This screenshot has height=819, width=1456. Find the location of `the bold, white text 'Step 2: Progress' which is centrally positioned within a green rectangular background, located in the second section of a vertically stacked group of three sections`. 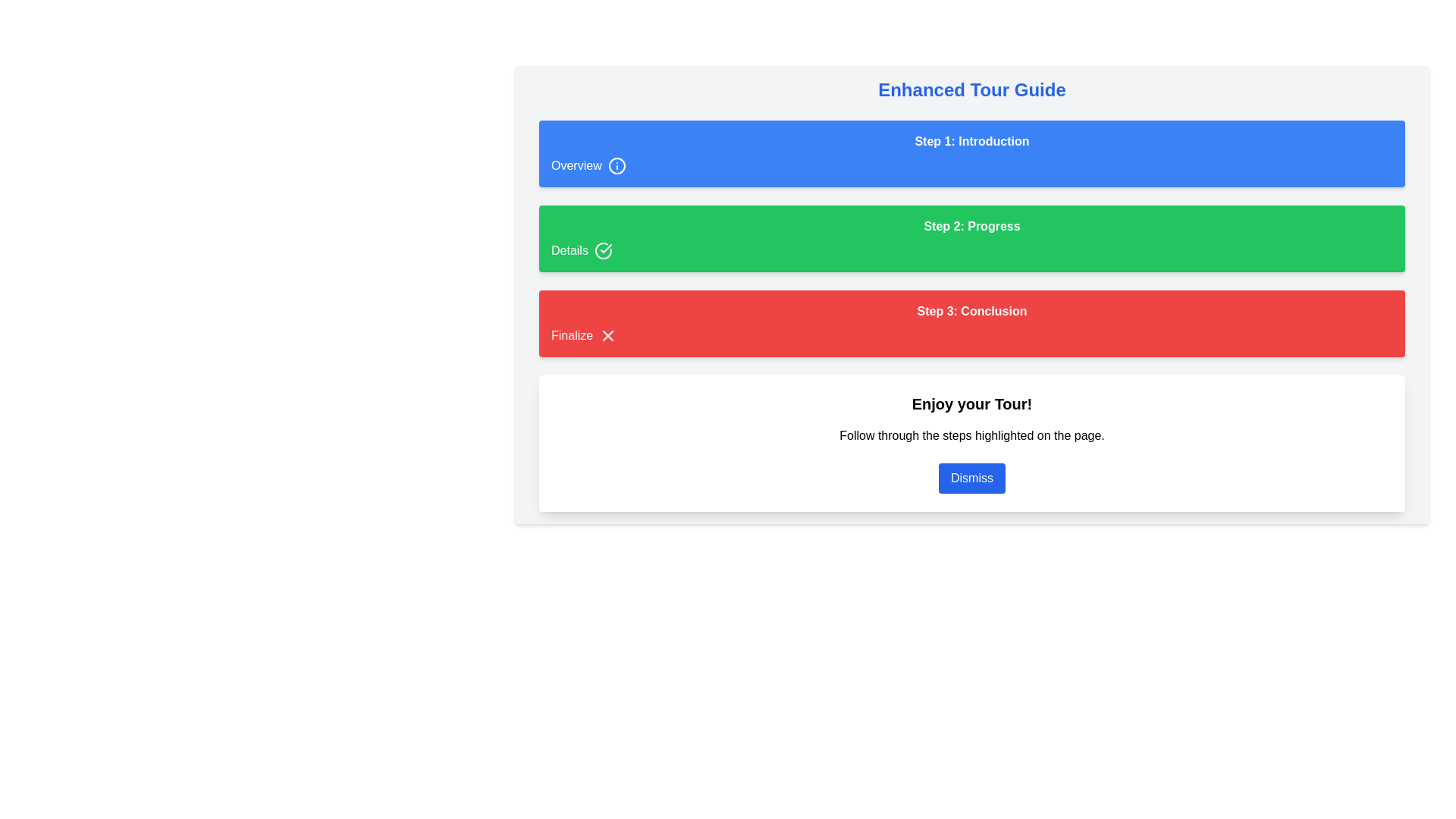

the bold, white text 'Step 2: Progress' which is centrally positioned within a green rectangular background, located in the second section of a vertically stacked group of three sections is located at coordinates (971, 227).